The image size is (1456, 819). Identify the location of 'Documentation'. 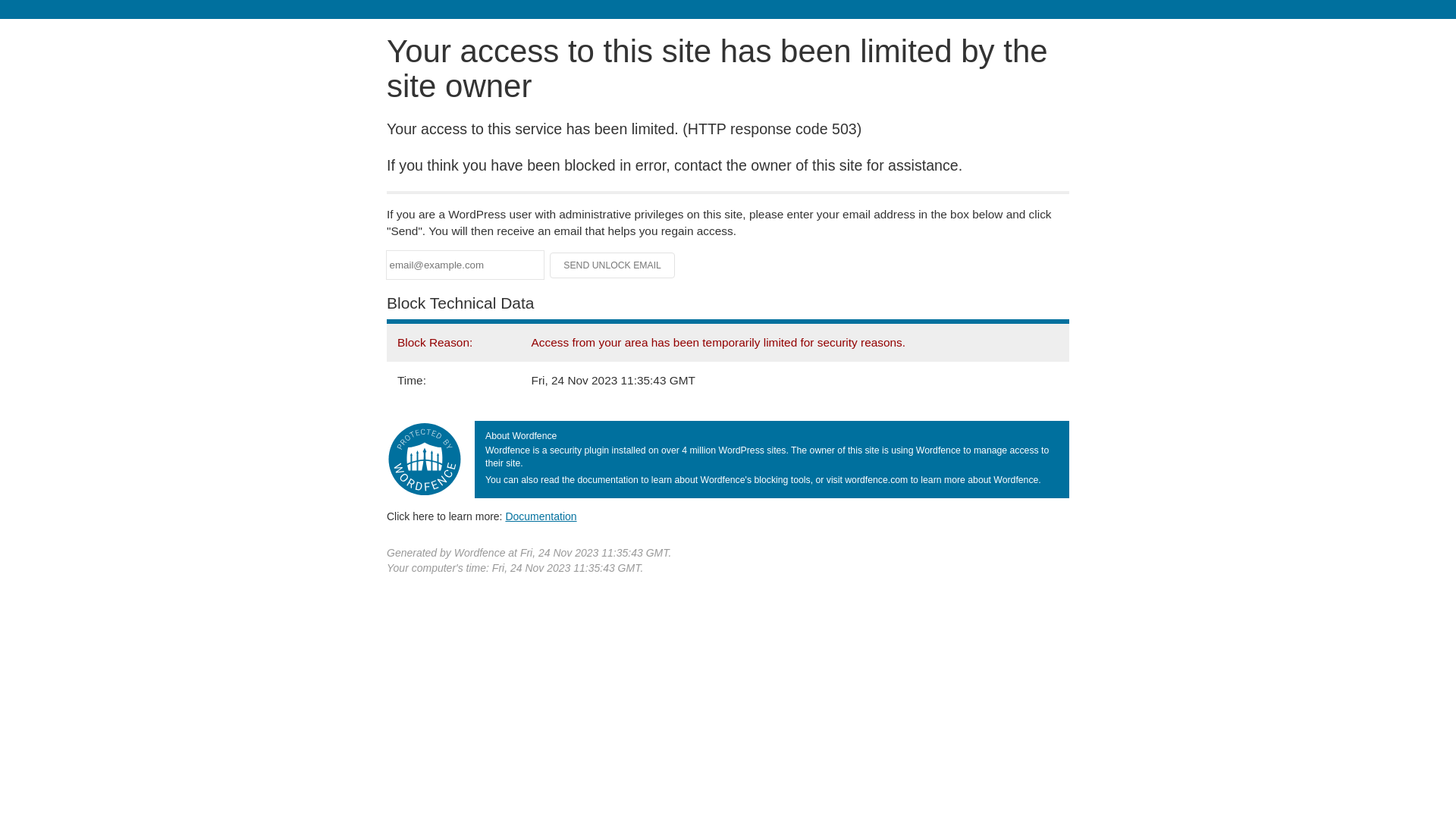
(505, 516).